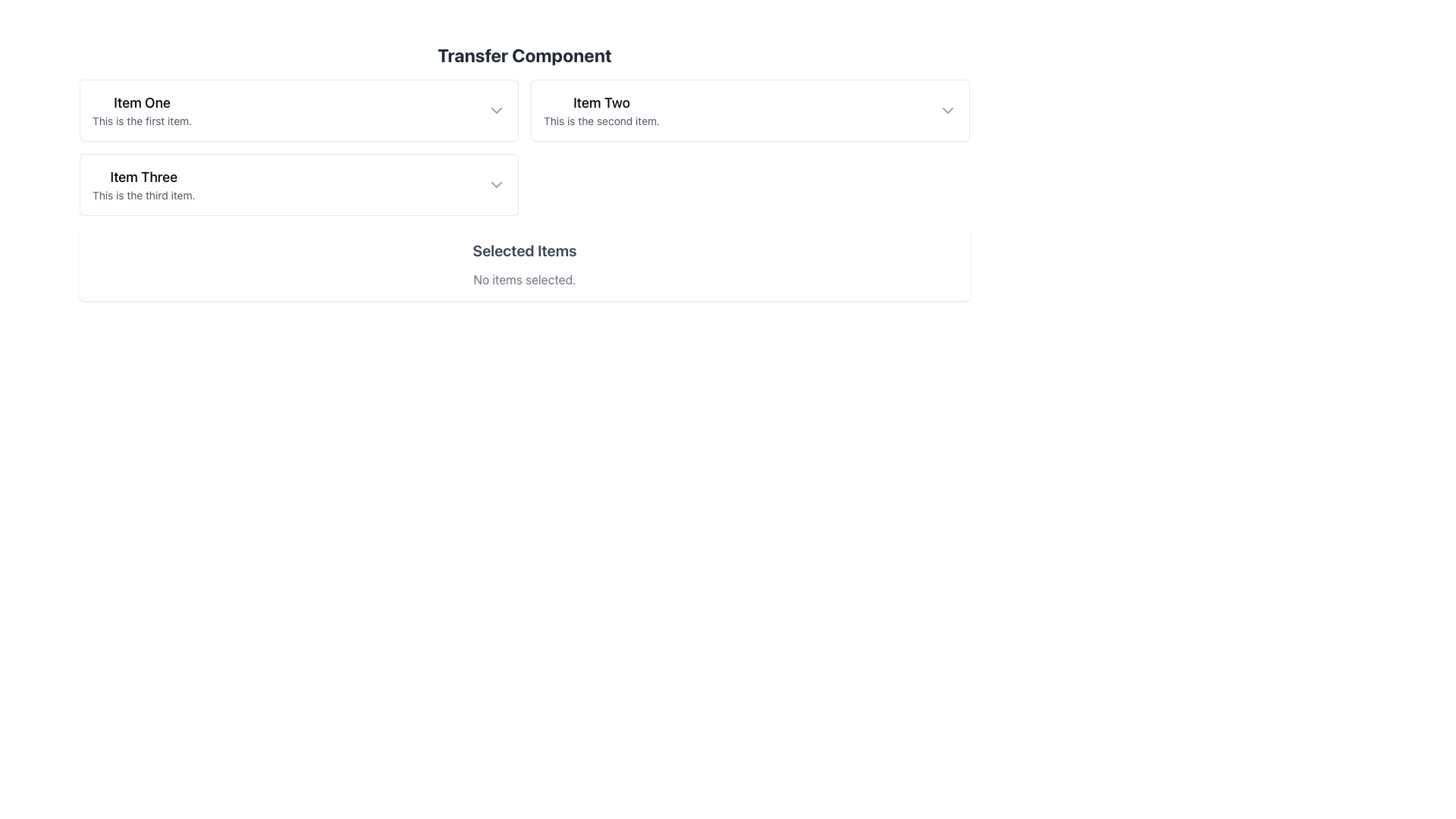  What do you see at coordinates (299, 184) in the screenshot?
I see `the third selectable card` at bounding box center [299, 184].